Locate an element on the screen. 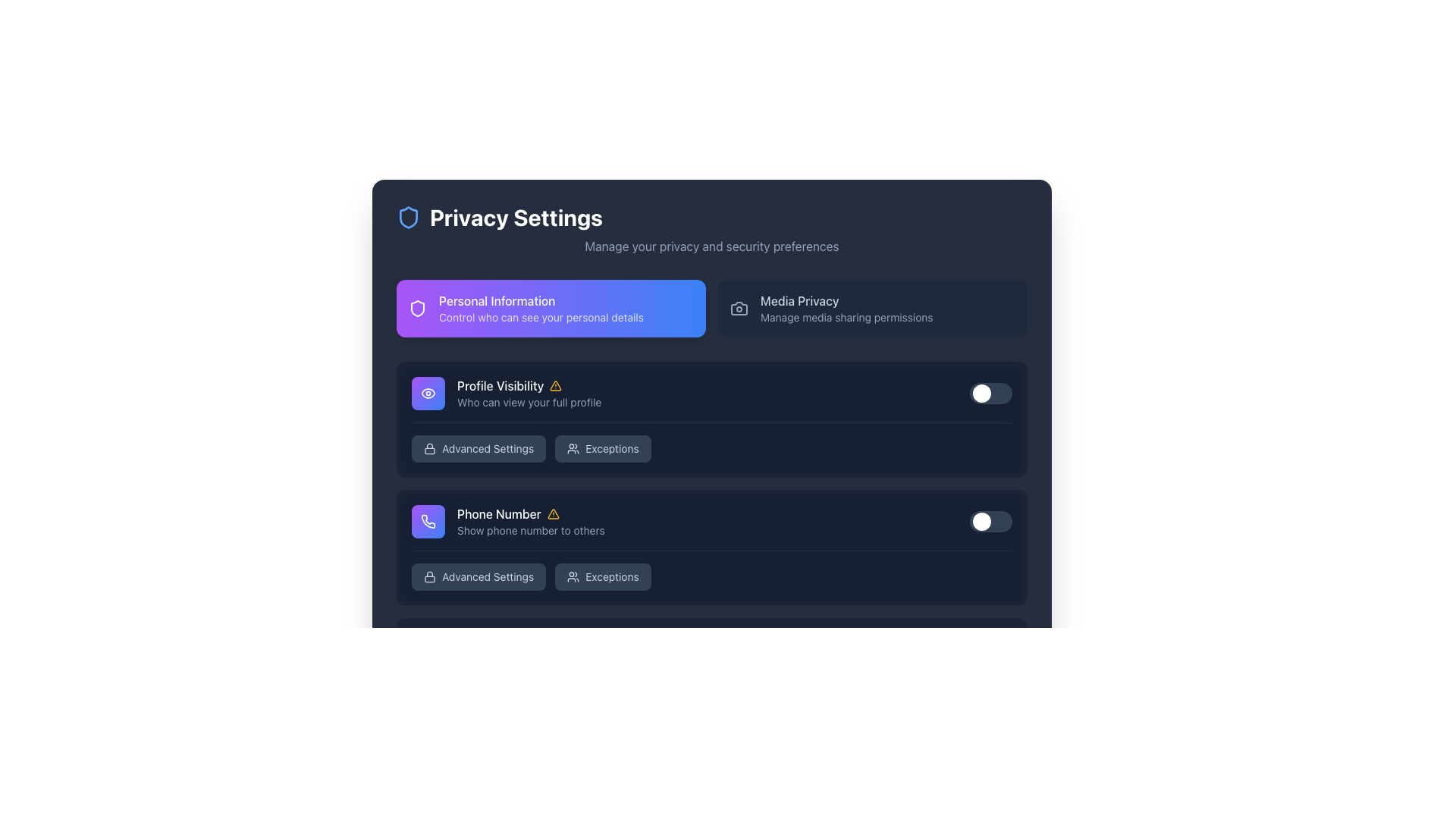 This screenshot has width=1456, height=819. the text label indicating the setting related to the phone number's visibility, which is located above the 'Show phone number to others' text and to the left of the orange warning icon is located at coordinates (531, 513).